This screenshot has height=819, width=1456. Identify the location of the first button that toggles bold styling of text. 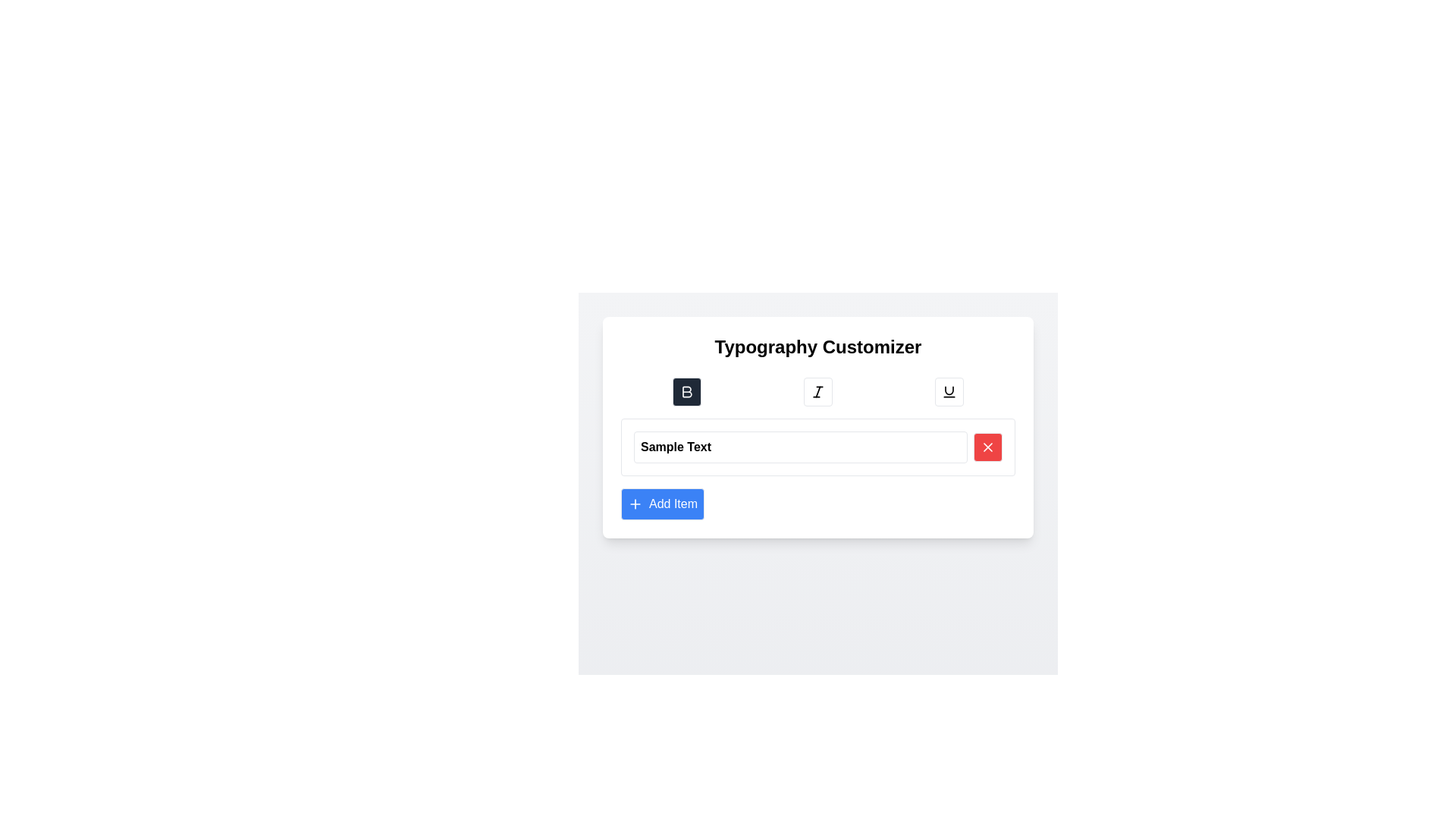
(686, 391).